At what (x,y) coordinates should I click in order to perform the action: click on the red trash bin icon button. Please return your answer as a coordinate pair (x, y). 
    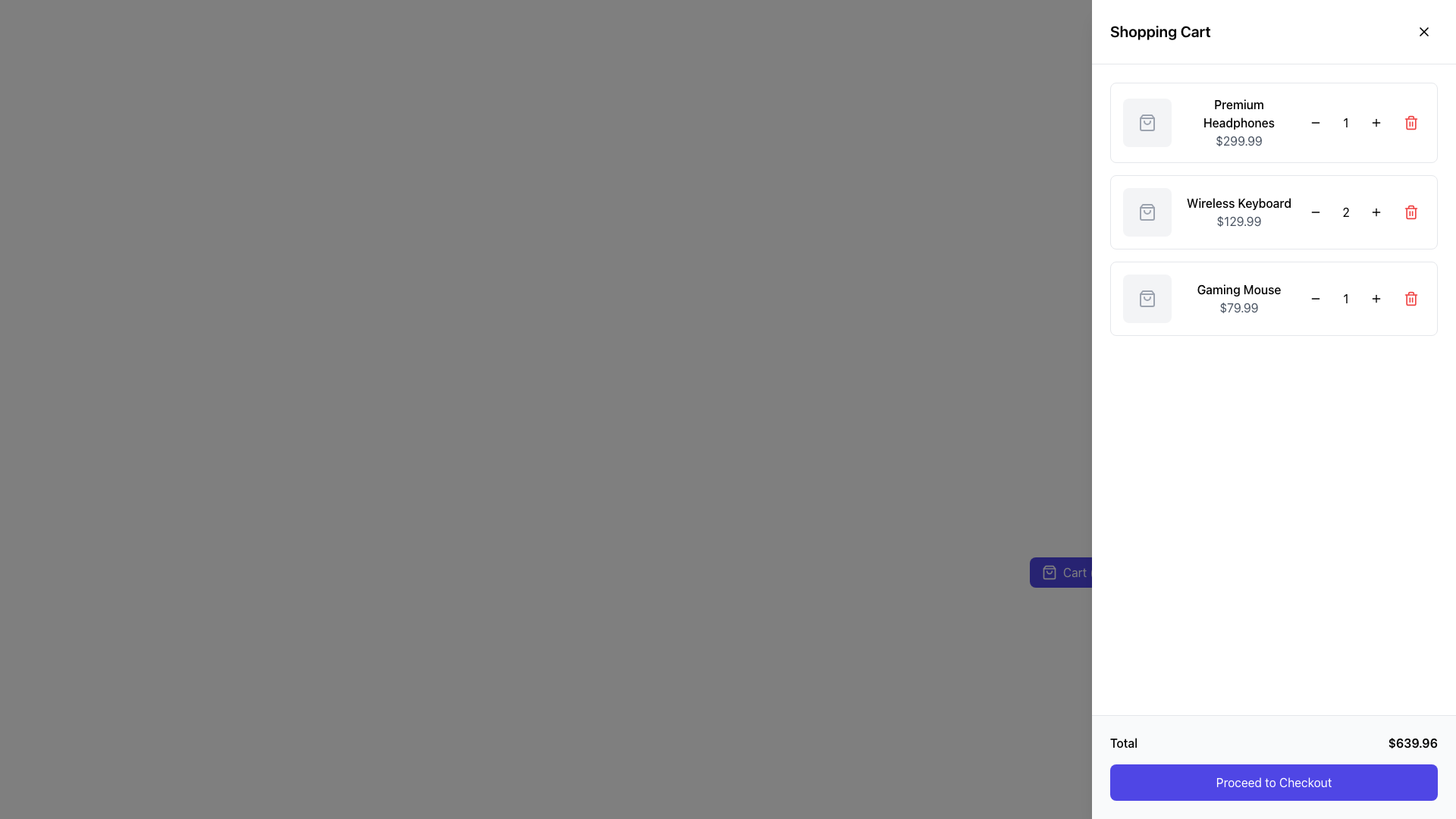
    Looking at the image, I should click on (1410, 122).